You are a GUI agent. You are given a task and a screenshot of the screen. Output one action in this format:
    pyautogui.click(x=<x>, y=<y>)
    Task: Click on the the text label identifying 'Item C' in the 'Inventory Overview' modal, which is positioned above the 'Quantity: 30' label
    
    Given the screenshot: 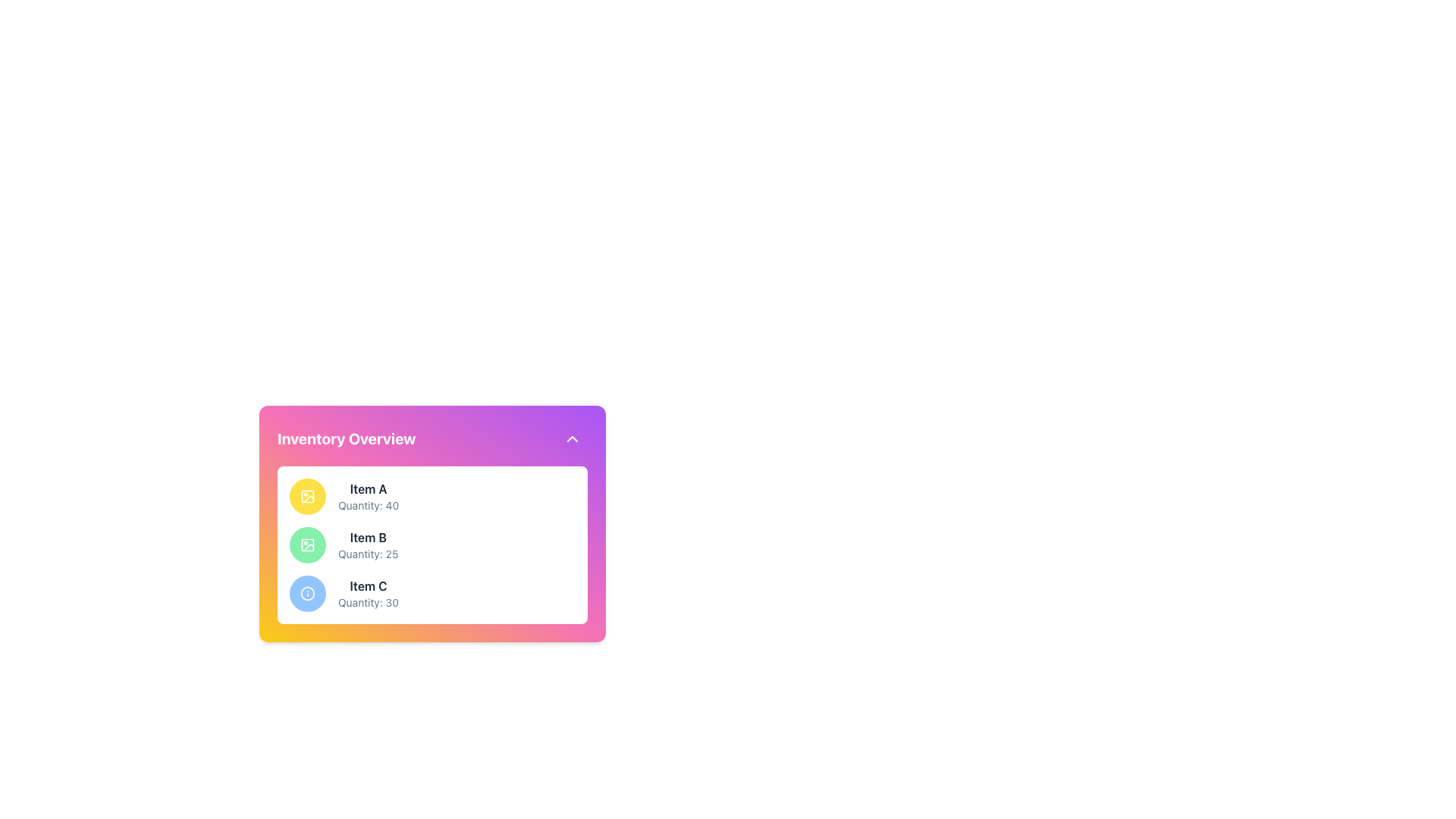 What is the action you would take?
    pyautogui.click(x=368, y=585)
    